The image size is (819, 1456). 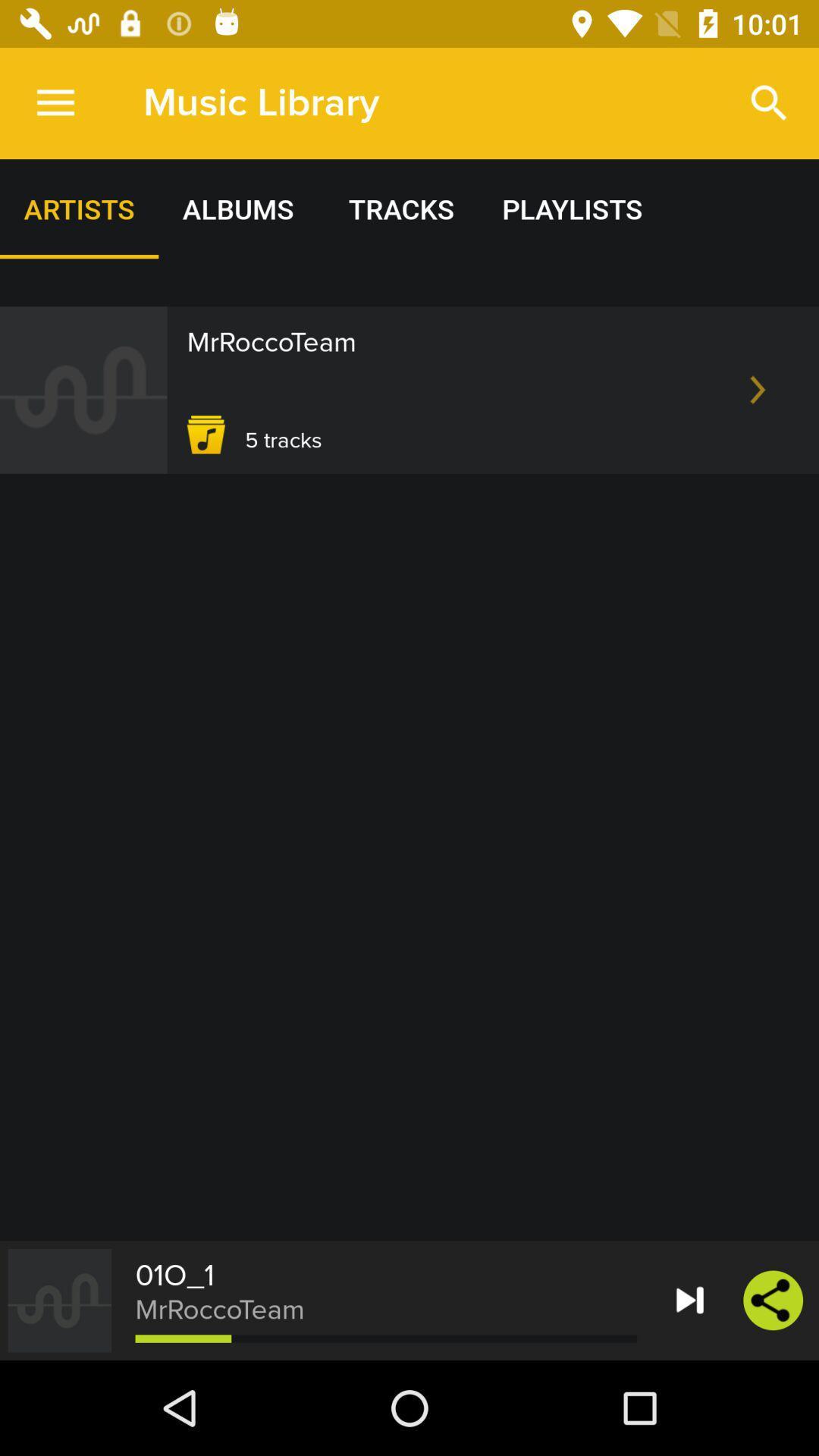 I want to click on the forward icon, so click(x=690, y=1299).